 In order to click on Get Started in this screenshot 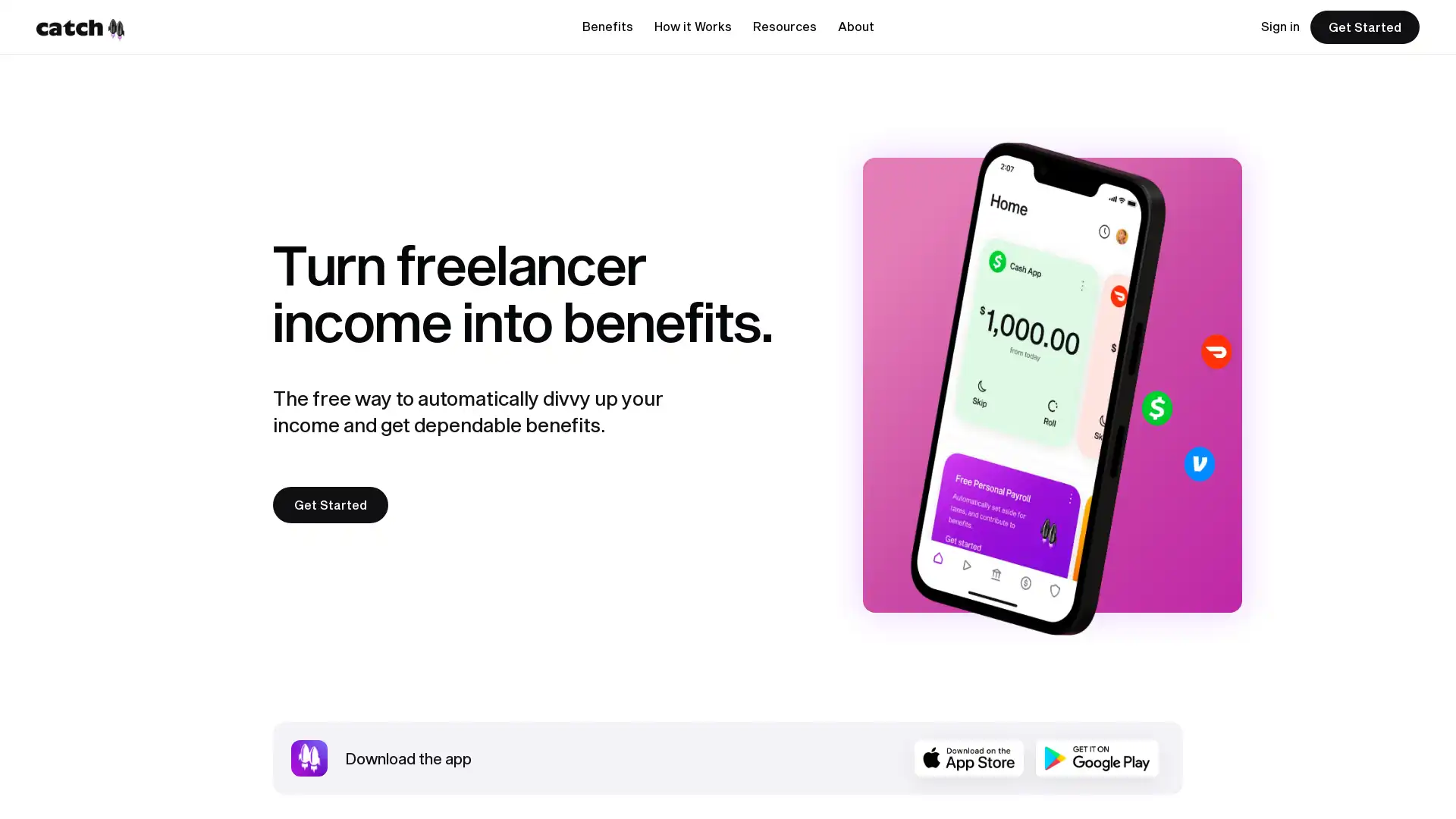, I will do `click(1365, 27)`.